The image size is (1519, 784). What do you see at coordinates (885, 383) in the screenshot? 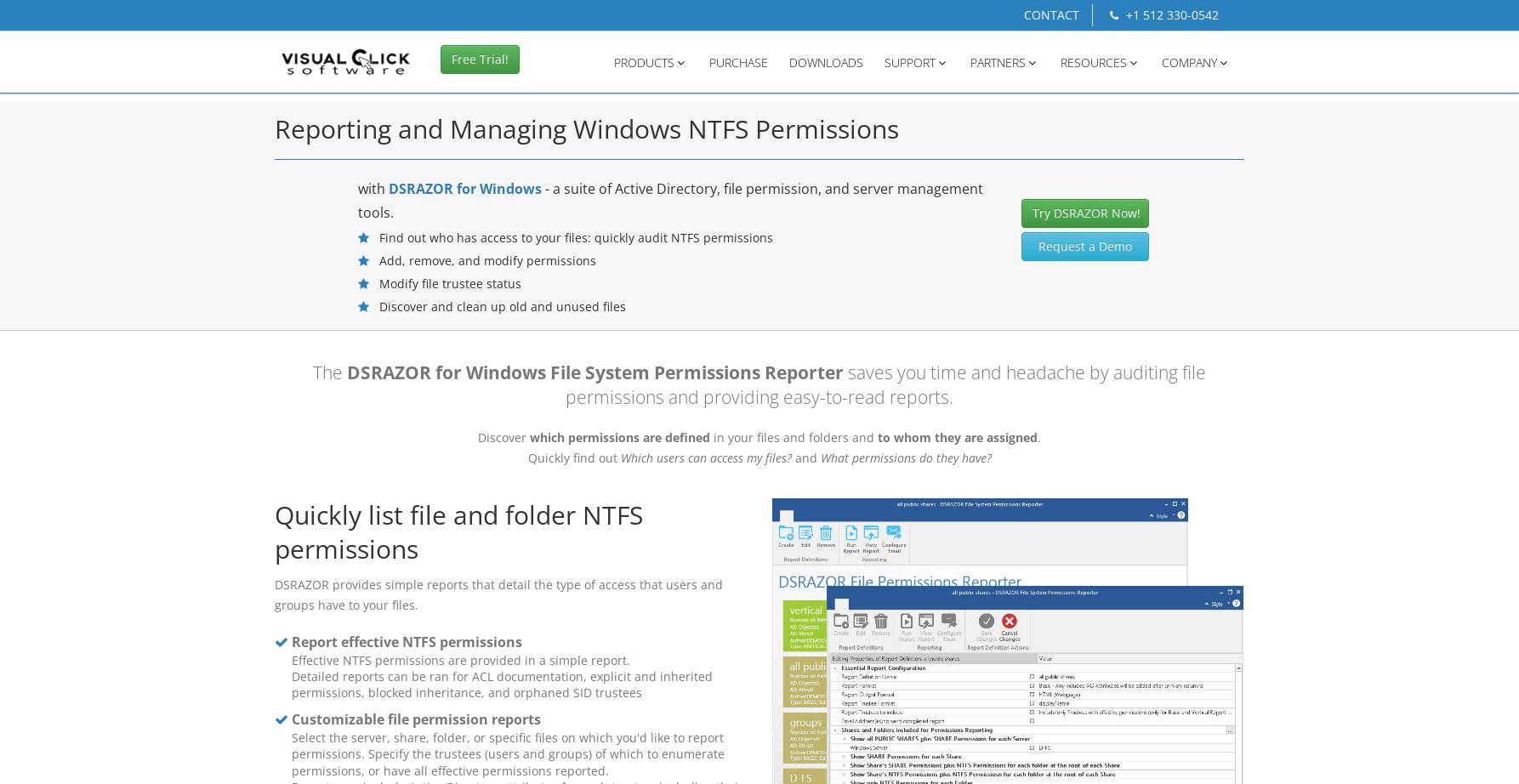
I see `'saves you time and headache by auditing 
						file permissions and providing easy-to-read reports.'` at bounding box center [885, 383].